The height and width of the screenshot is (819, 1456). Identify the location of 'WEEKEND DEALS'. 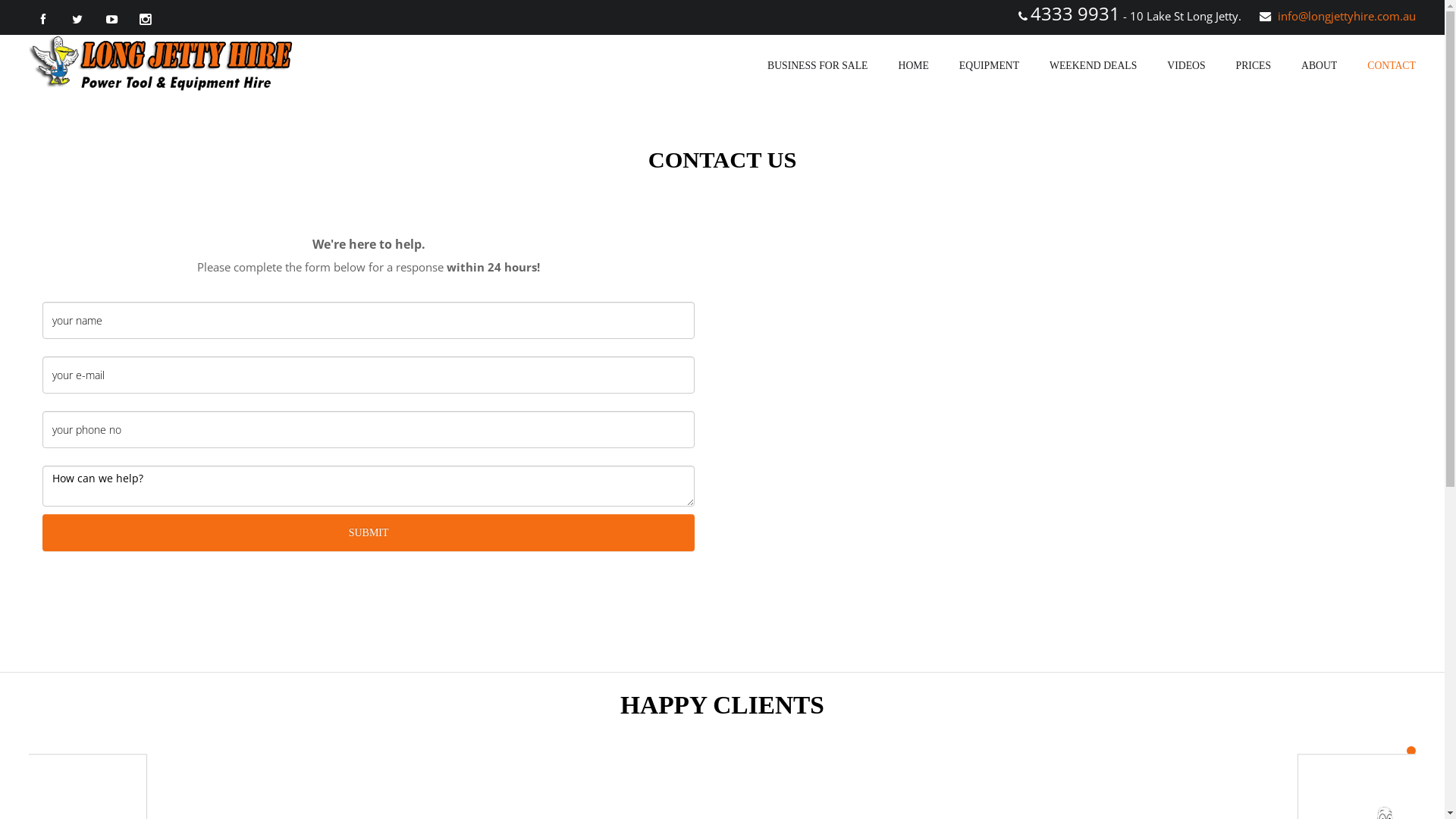
(1093, 64).